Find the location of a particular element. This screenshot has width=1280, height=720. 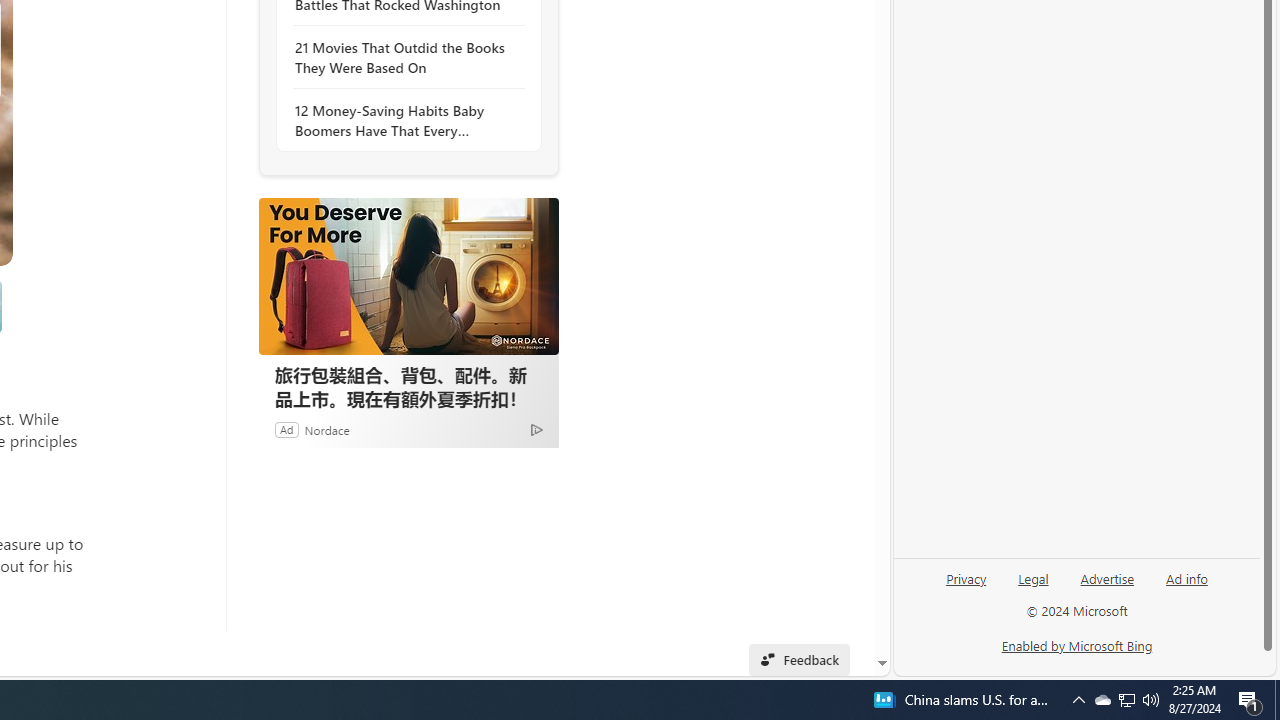

'Privacy' is located at coordinates (967, 585).